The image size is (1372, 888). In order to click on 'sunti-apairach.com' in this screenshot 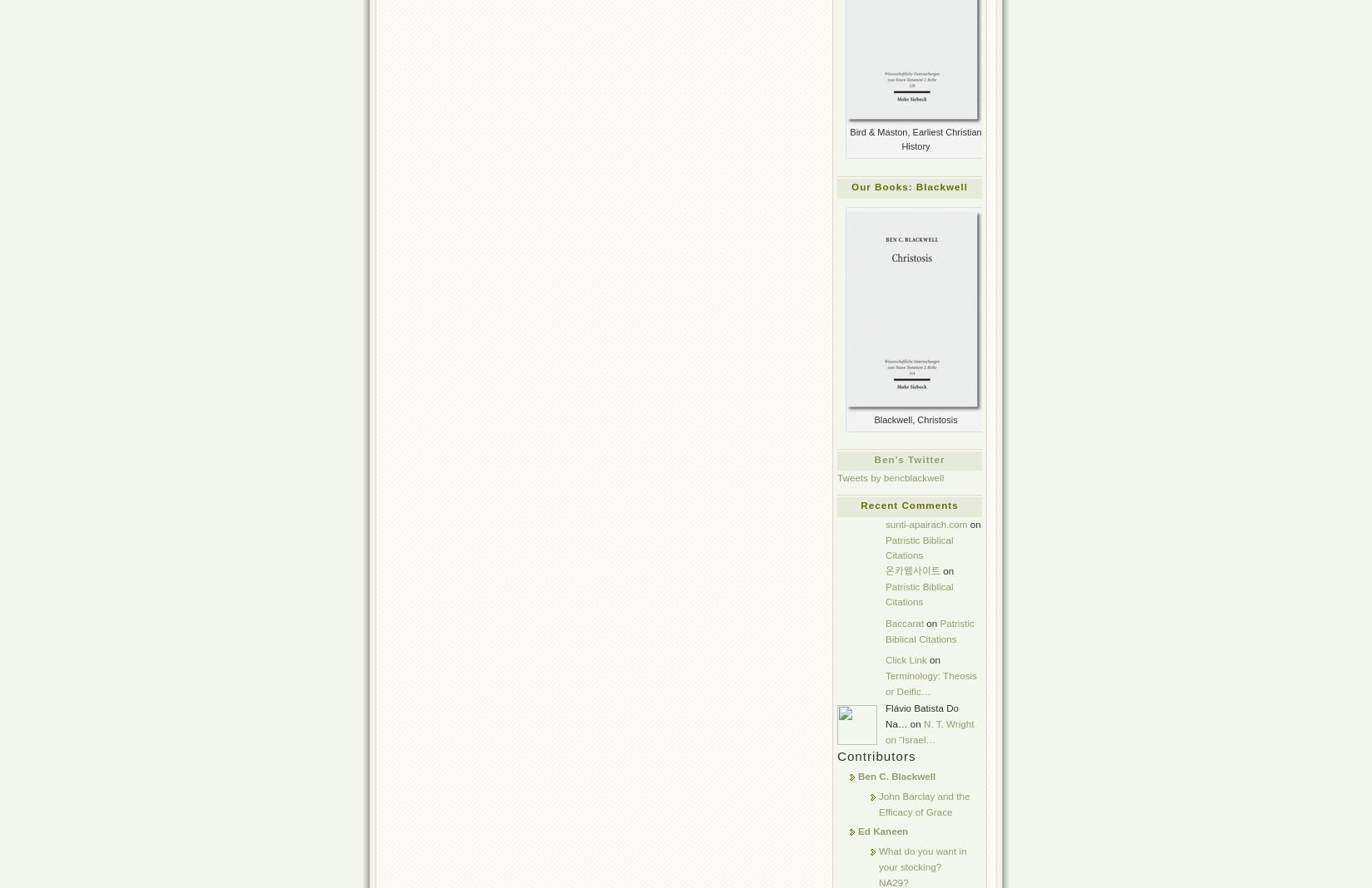, I will do `click(926, 522)`.